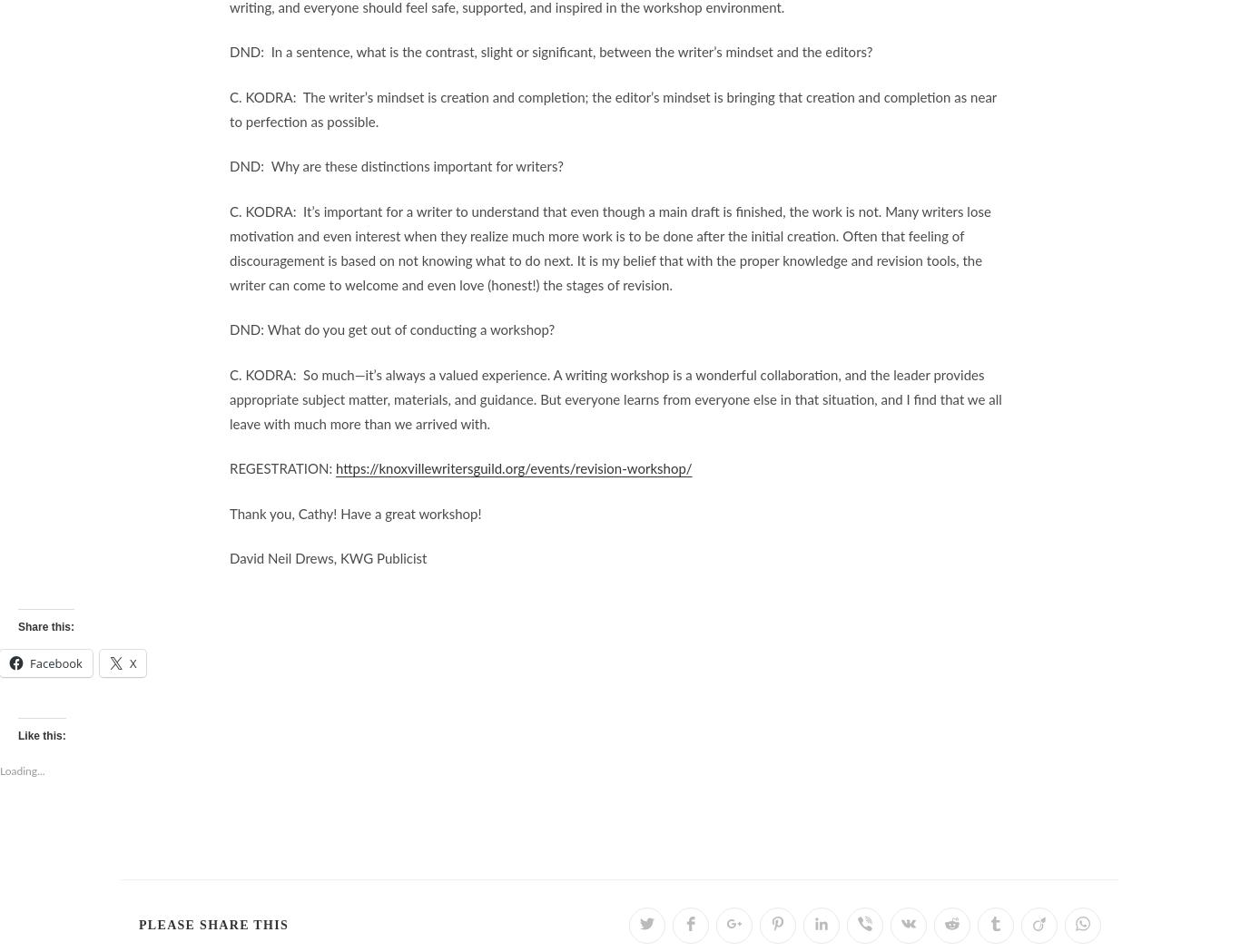  What do you see at coordinates (391, 330) in the screenshot?
I see `'DND: What do you get out of conducting a workshop?'` at bounding box center [391, 330].